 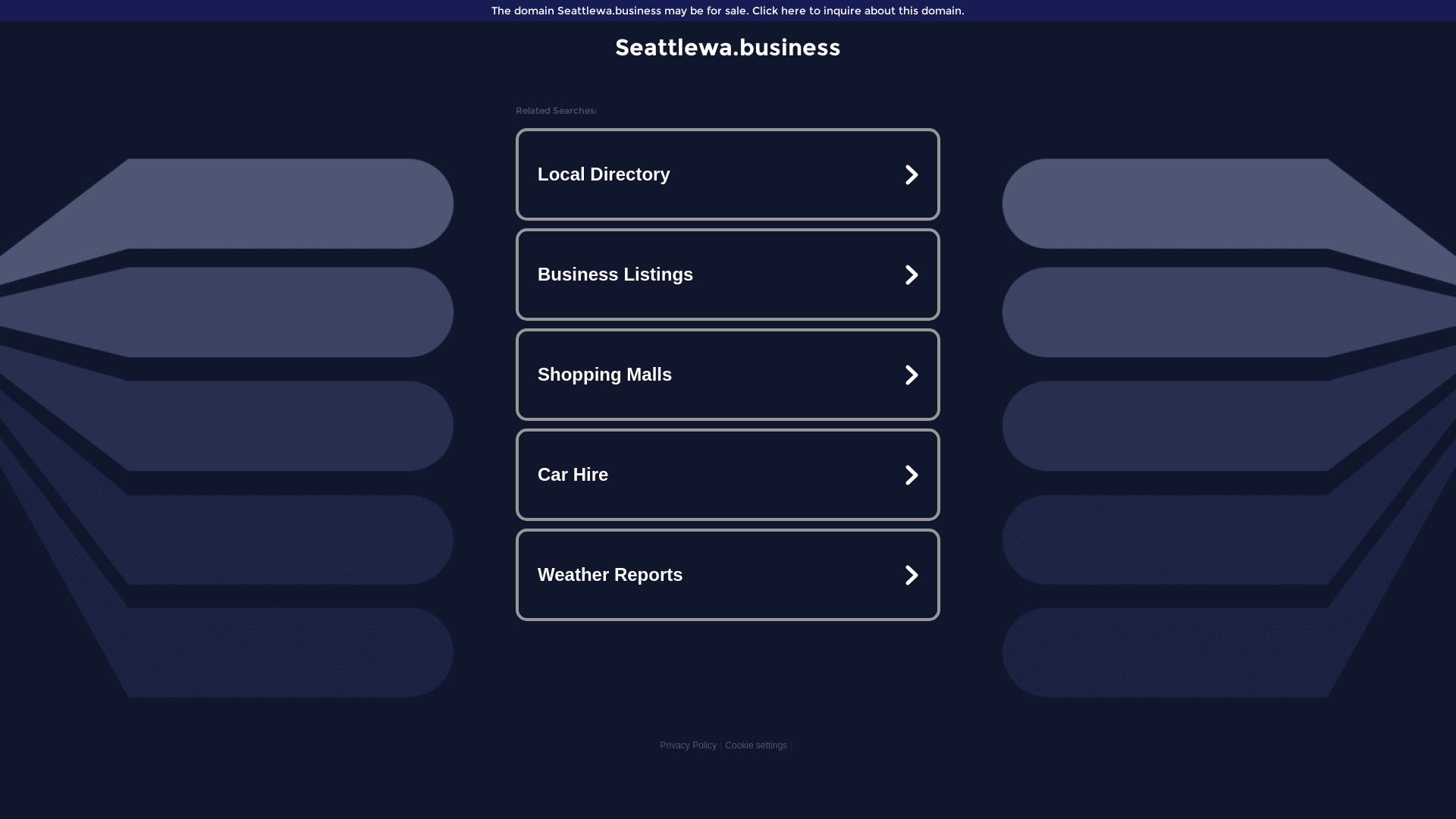 I want to click on 'Local Directory', so click(x=728, y=174).